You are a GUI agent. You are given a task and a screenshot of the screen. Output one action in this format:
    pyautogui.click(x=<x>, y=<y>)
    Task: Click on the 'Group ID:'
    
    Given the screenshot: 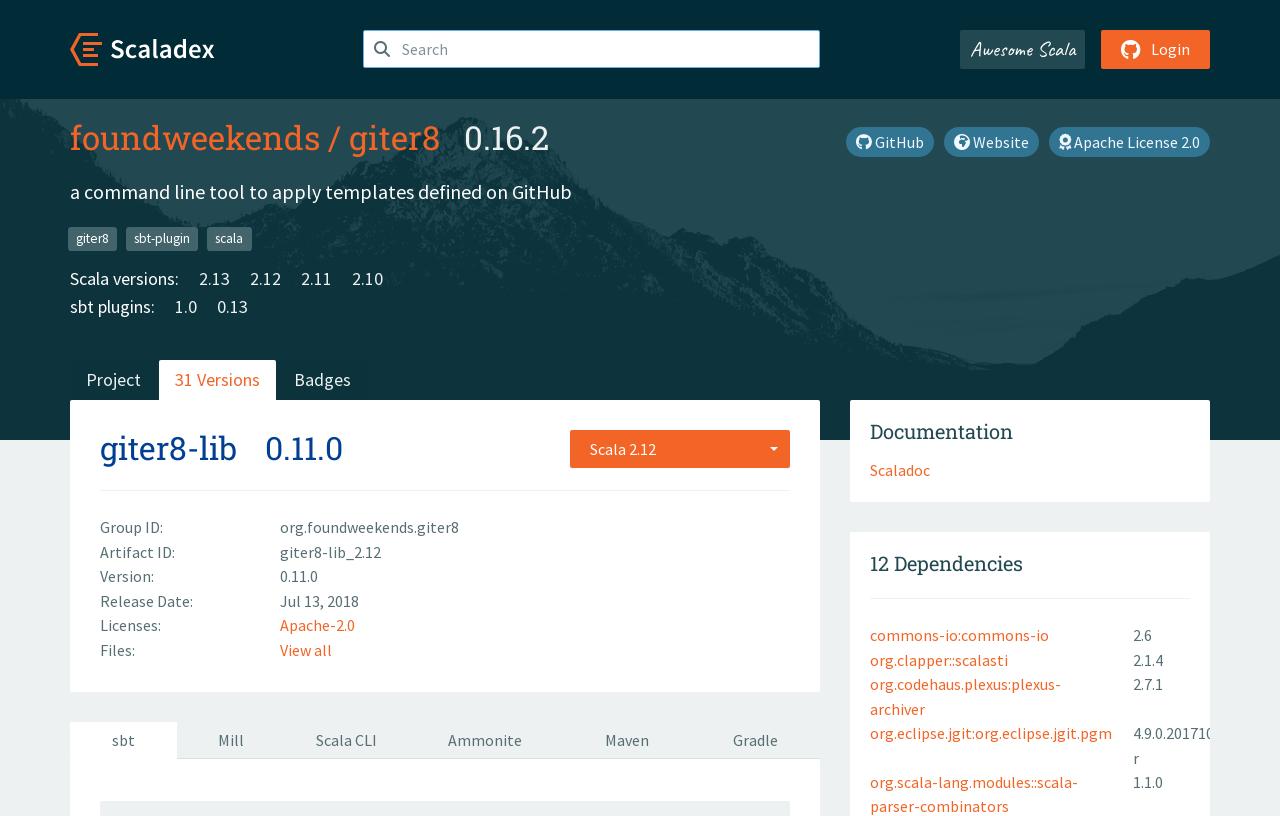 What is the action you would take?
    pyautogui.click(x=130, y=526)
    